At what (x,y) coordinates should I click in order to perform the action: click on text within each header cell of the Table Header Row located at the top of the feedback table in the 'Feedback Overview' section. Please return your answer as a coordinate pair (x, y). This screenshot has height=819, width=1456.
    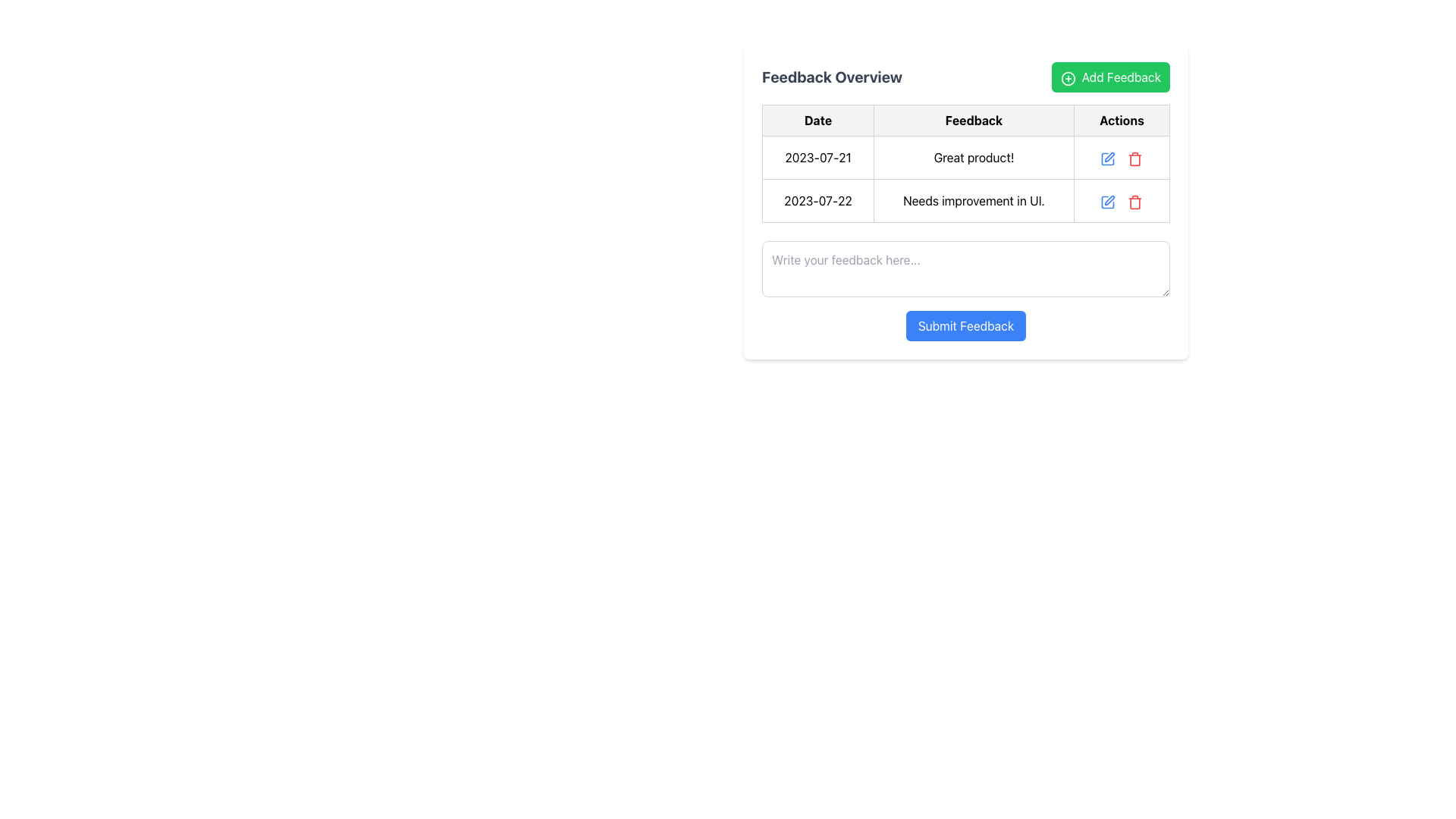
    Looking at the image, I should click on (965, 119).